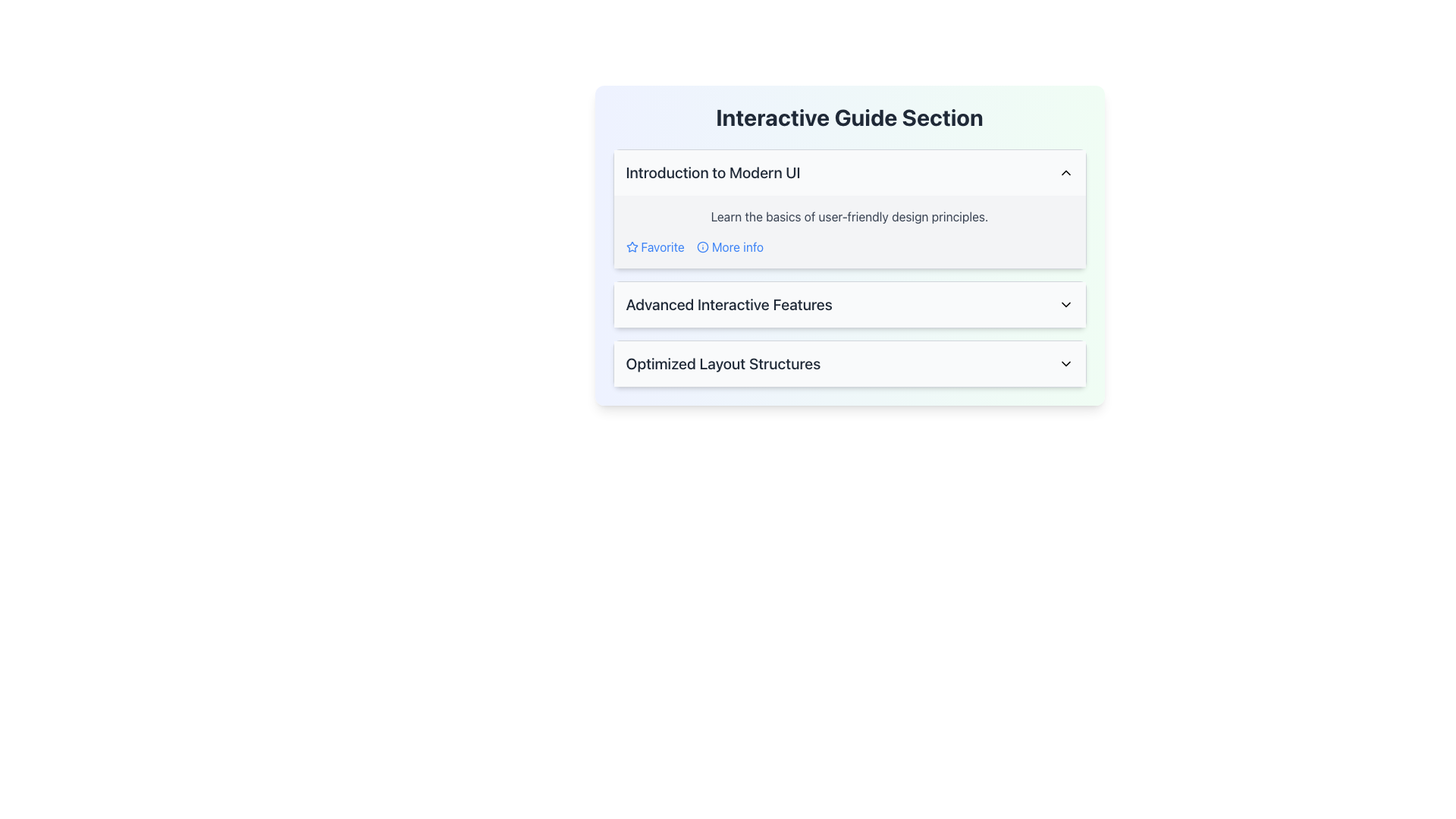 This screenshot has width=1456, height=819. Describe the element at coordinates (712, 171) in the screenshot. I see `the title text of the collapsible section that introduces topics related to modern user interfaces, which is located in the top left of the displayed interface` at that location.